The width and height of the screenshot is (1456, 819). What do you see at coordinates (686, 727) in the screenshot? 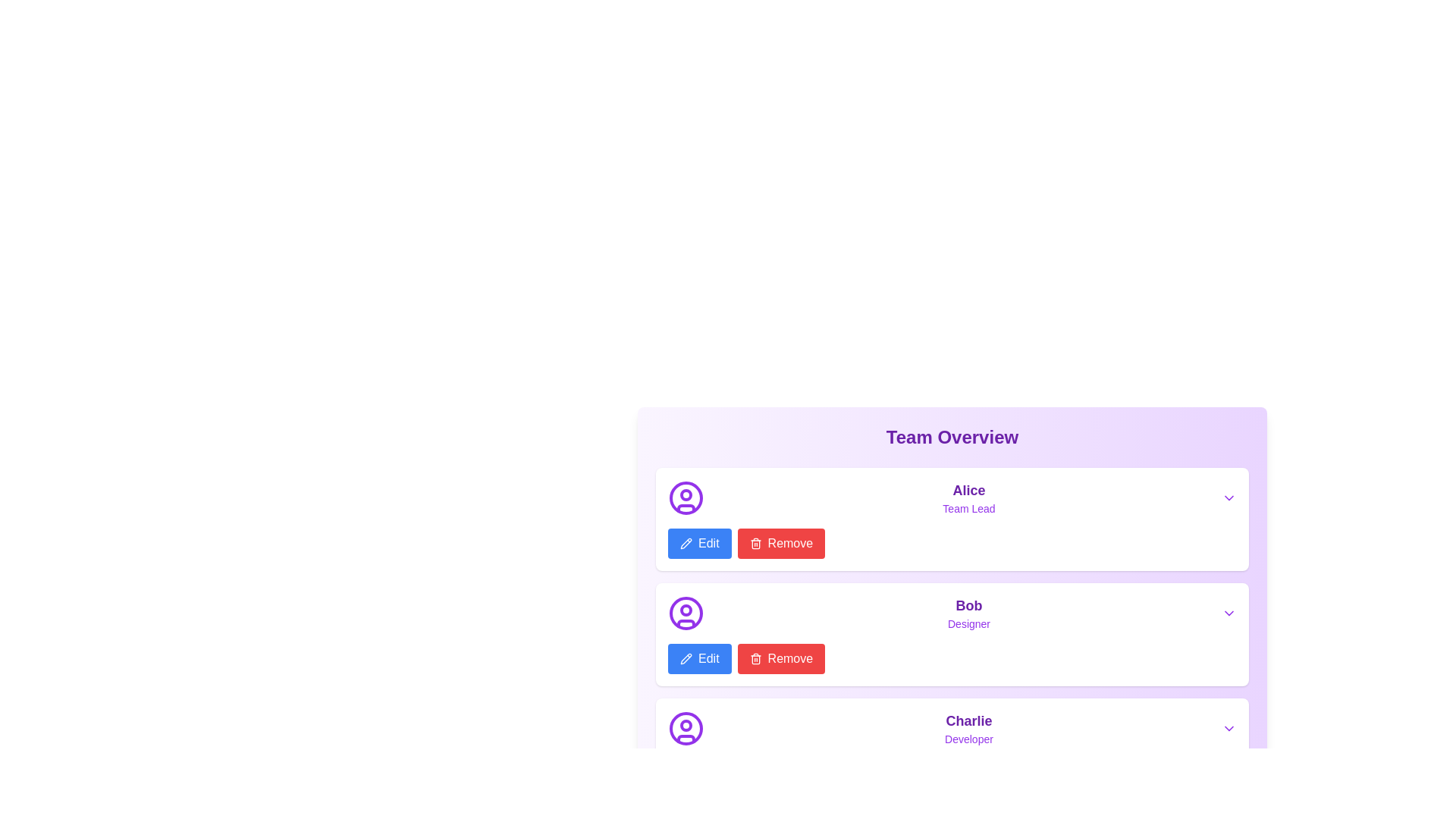
I see `the user profile icon for the team member 'Charlie' in the 'Team Overview' section, which is a purple circle icon located to the left of the text 'Charlie' and adjacent to the 'Edit' and 'Remove' buttons` at bounding box center [686, 727].